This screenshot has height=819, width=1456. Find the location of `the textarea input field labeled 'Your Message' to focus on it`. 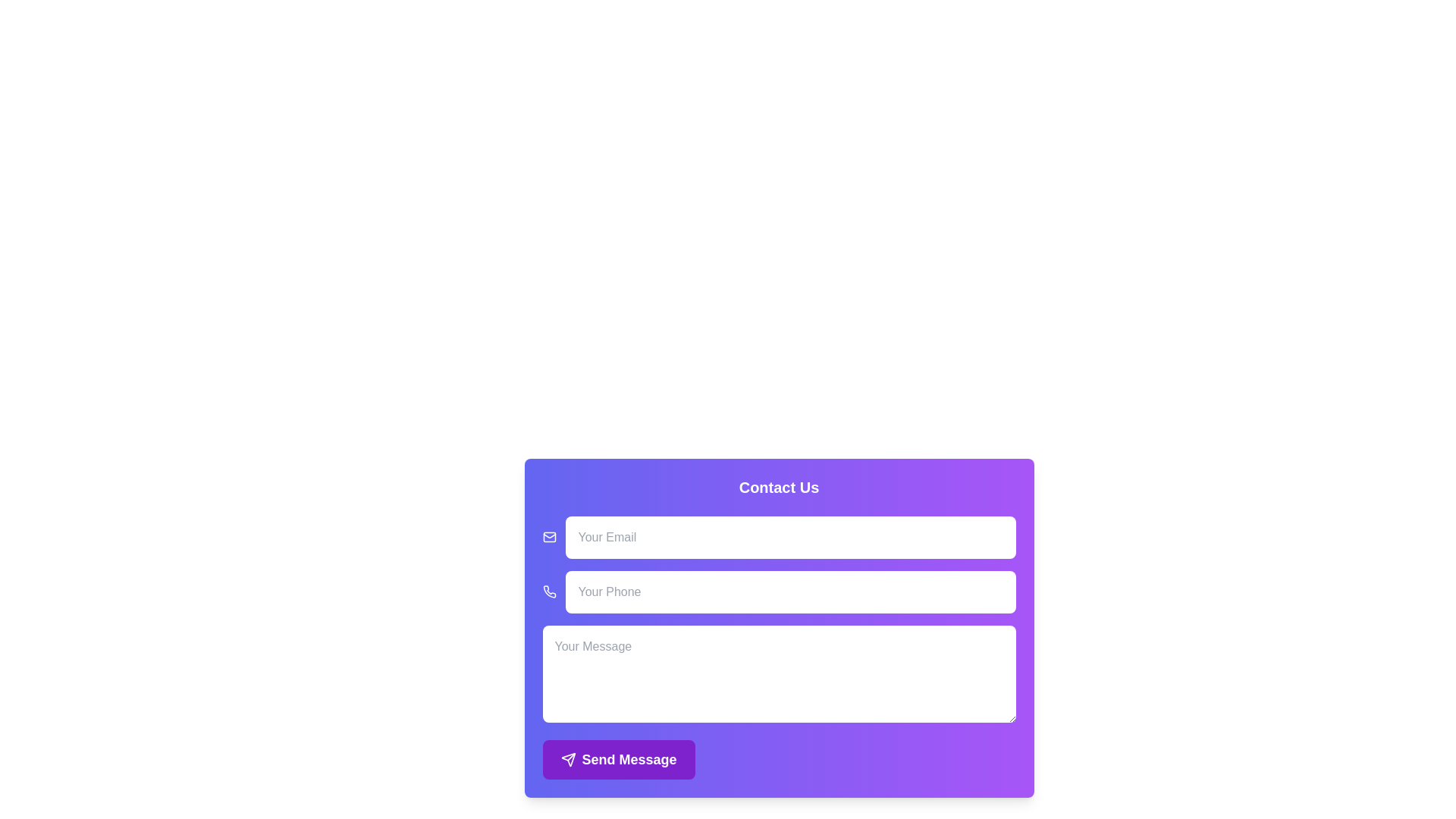

the textarea input field labeled 'Your Message' to focus on it is located at coordinates (779, 673).